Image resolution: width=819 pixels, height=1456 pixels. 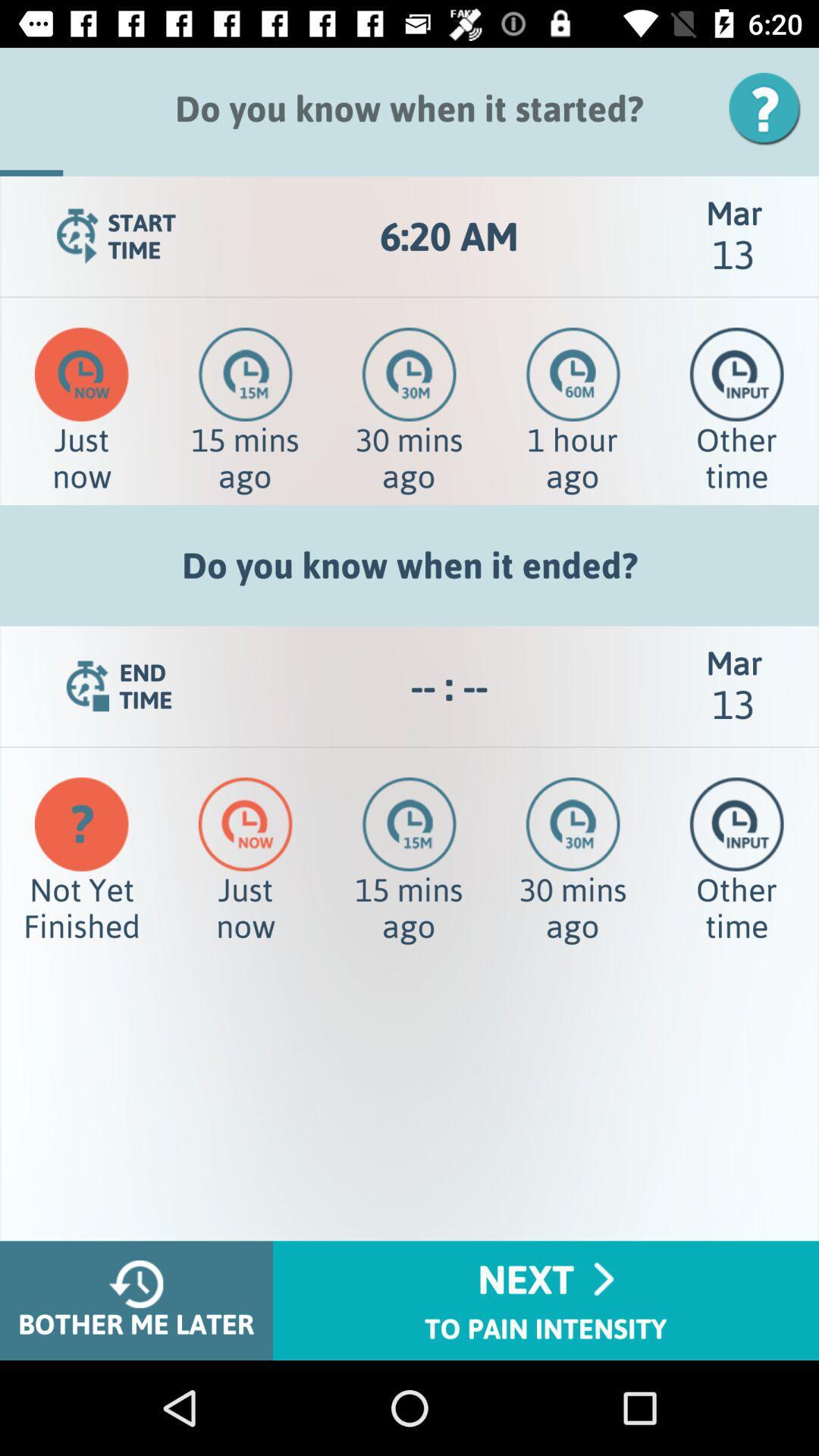 I want to click on the time icon, so click(x=573, y=374).